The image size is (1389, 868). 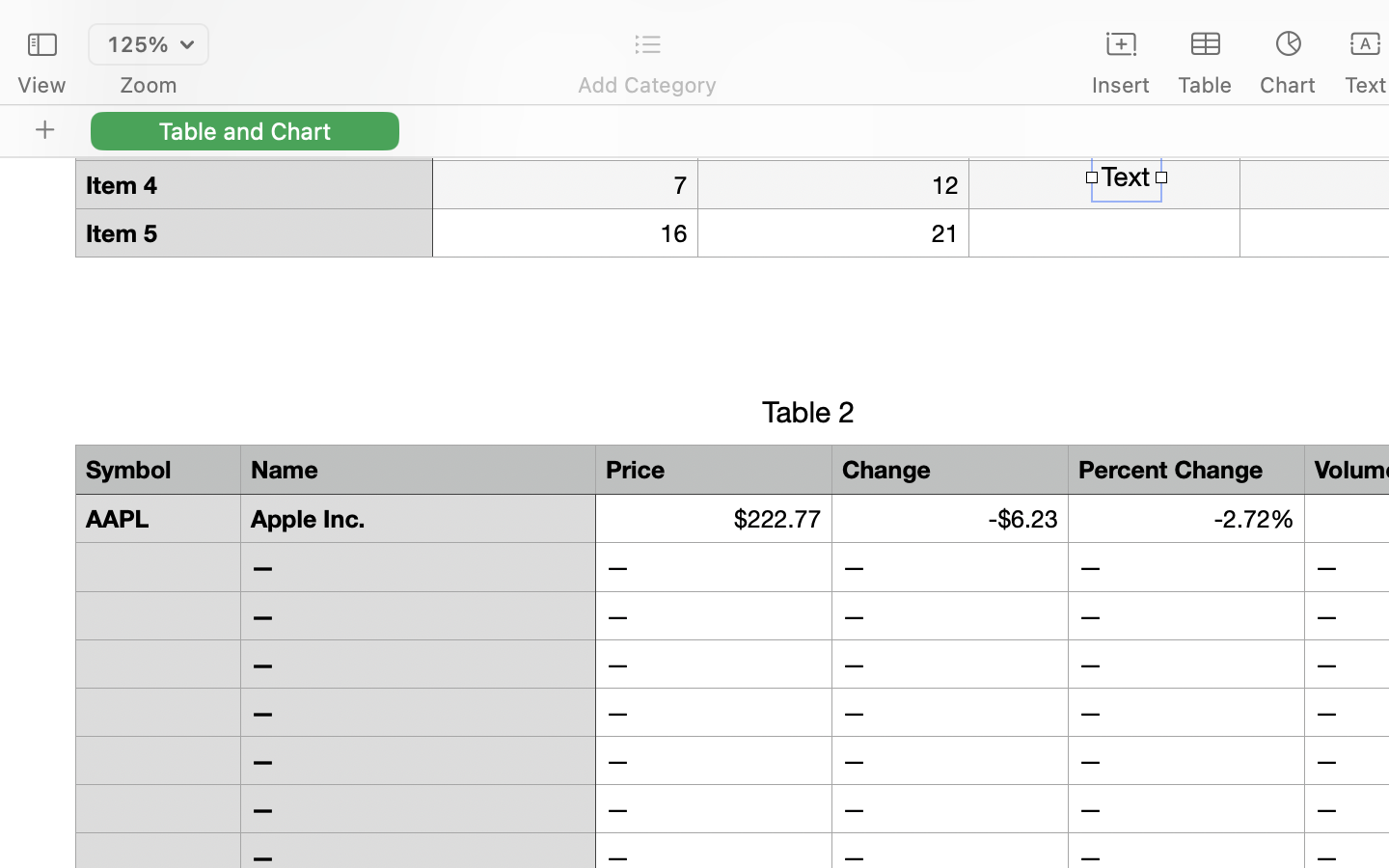 What do you see at coordinates (244, 130) in the screenshot?
I see `'Table and Chart'` at bounding box center [244, 130].